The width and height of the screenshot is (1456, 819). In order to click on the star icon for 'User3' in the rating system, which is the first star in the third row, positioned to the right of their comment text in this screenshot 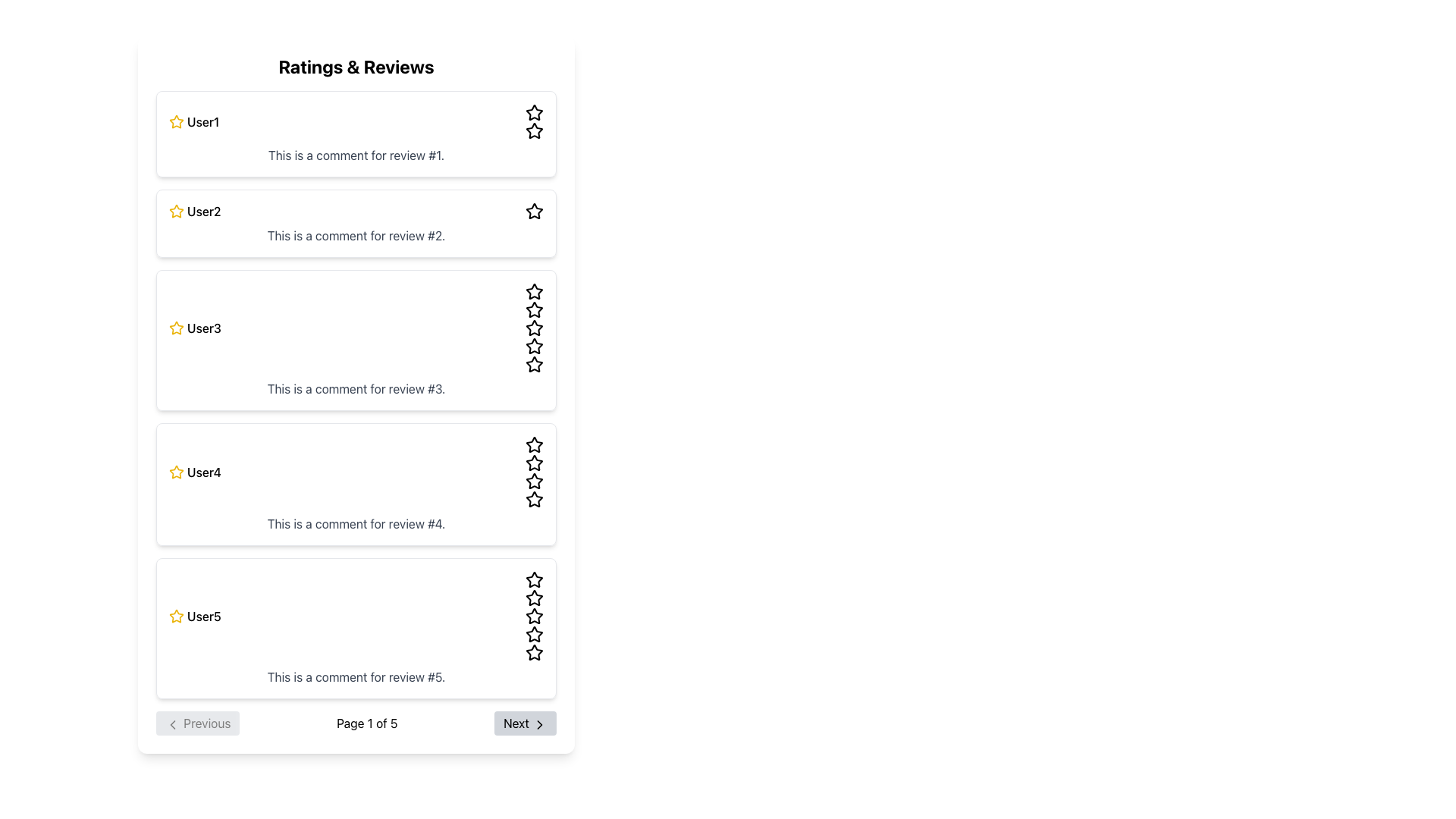, I will do `click(535, 292)`.